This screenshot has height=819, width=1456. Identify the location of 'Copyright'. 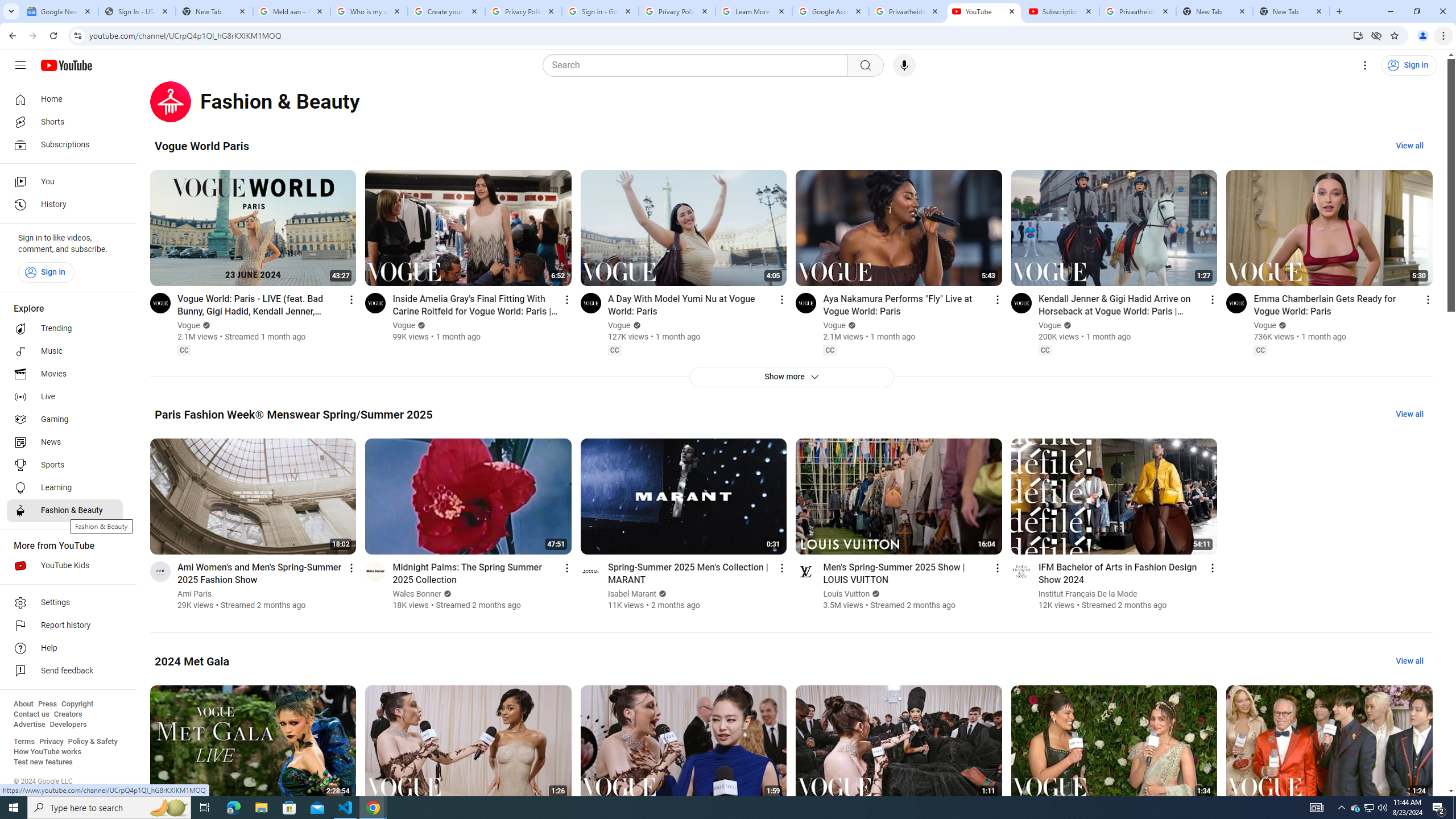
(76, 704).